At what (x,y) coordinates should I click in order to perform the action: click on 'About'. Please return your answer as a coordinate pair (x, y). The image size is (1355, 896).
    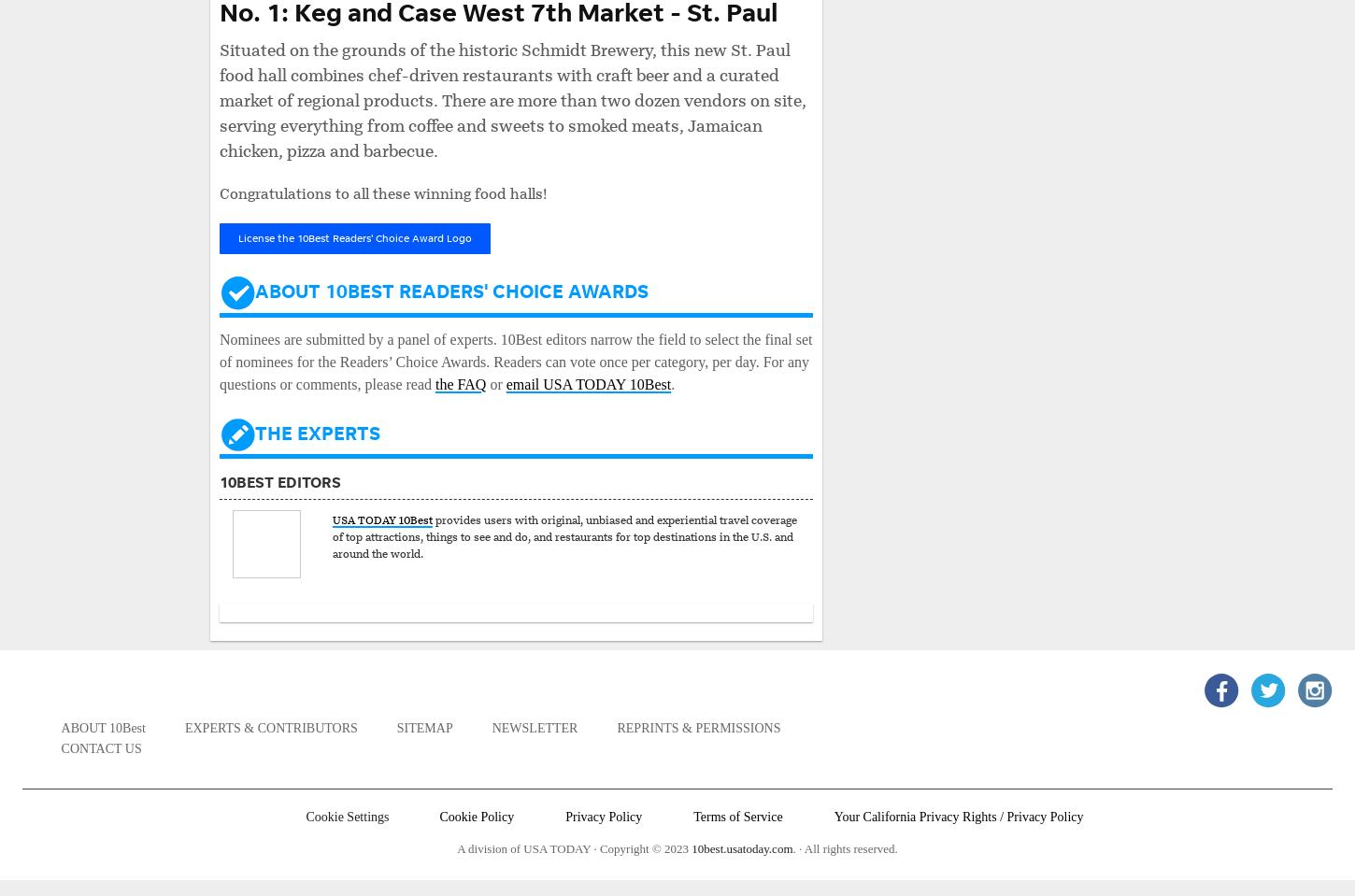
    Looking at the image, I should click on (85, 727).